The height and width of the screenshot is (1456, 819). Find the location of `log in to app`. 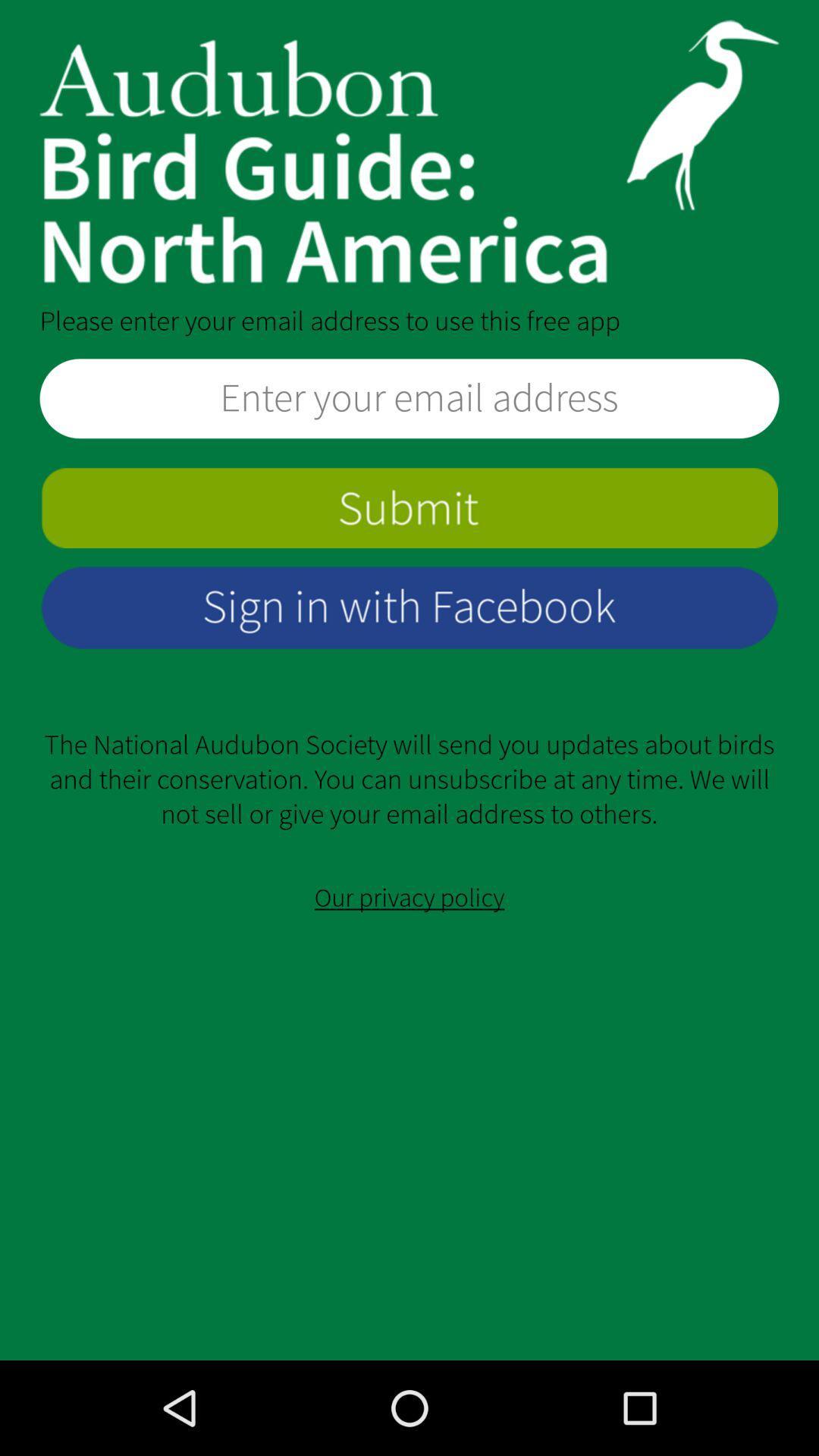

log in to app is located at coordinates (409, 607).